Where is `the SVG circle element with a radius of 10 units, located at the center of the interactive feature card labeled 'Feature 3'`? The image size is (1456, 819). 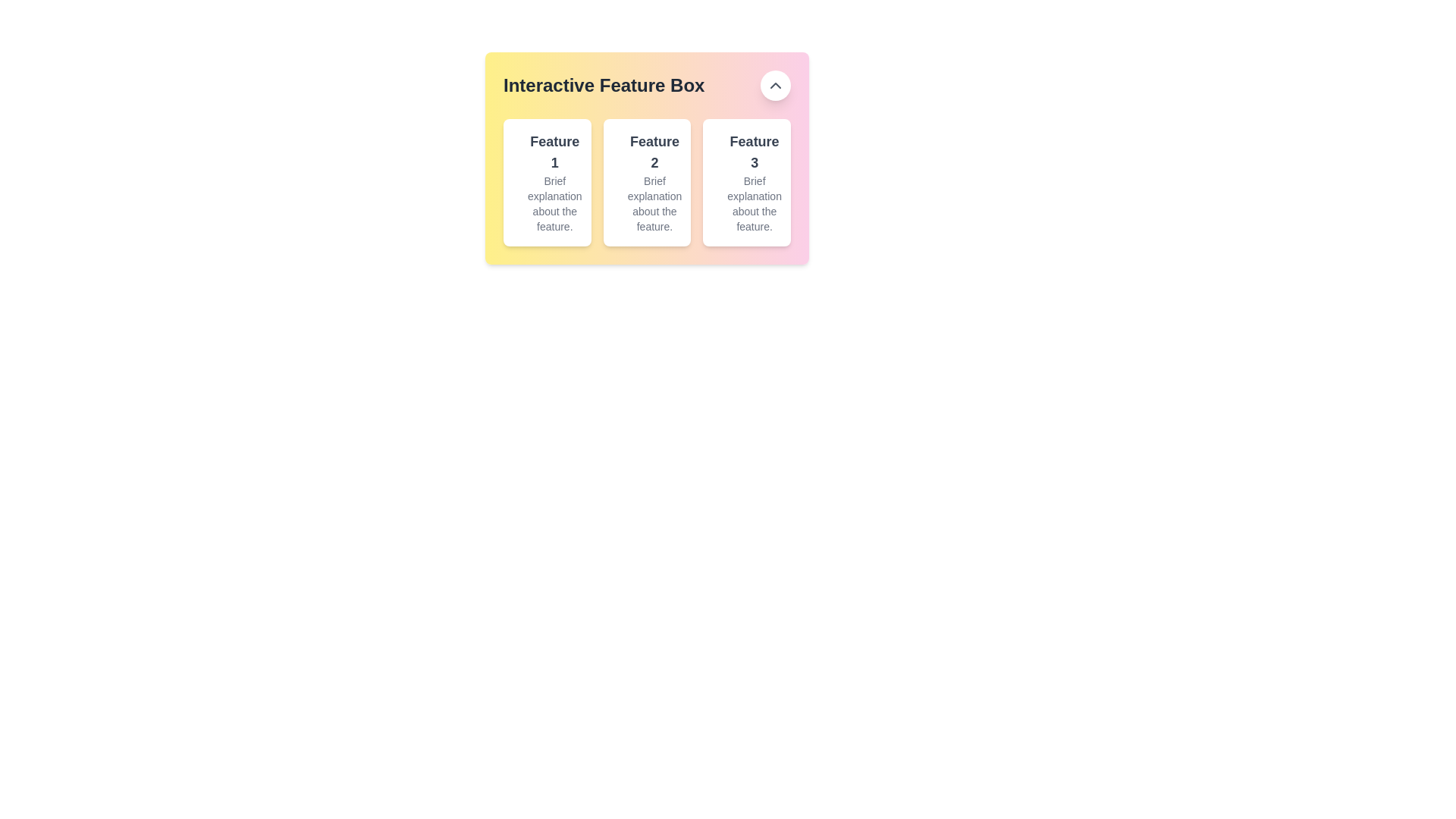
the SVG circle element with a radius of 10 units, located at the center of the interactive feature card labeled 'Feature 3' is located at coordinates (723, 175).